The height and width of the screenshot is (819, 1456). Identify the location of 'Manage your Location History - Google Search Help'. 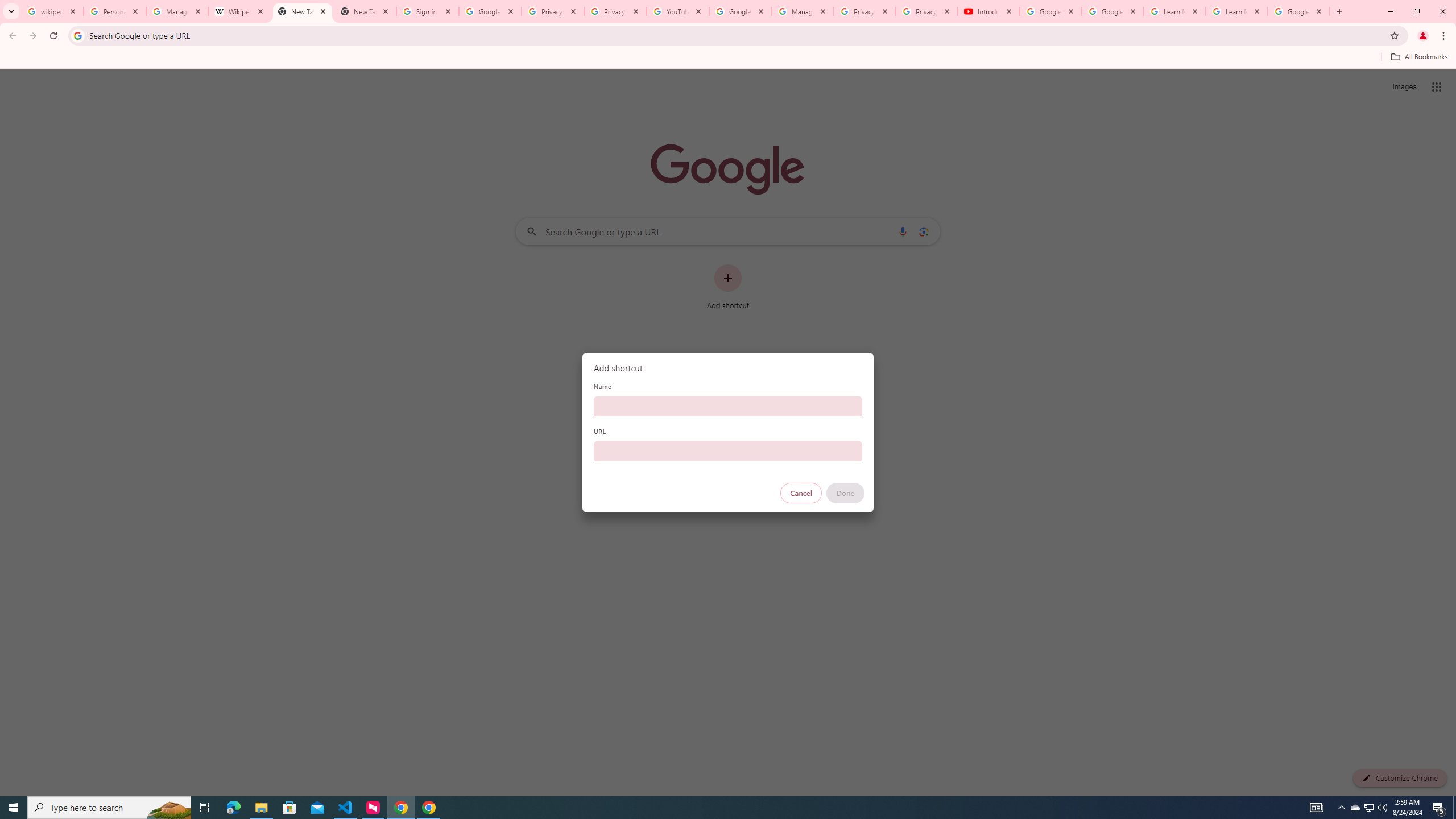
(177, 11).